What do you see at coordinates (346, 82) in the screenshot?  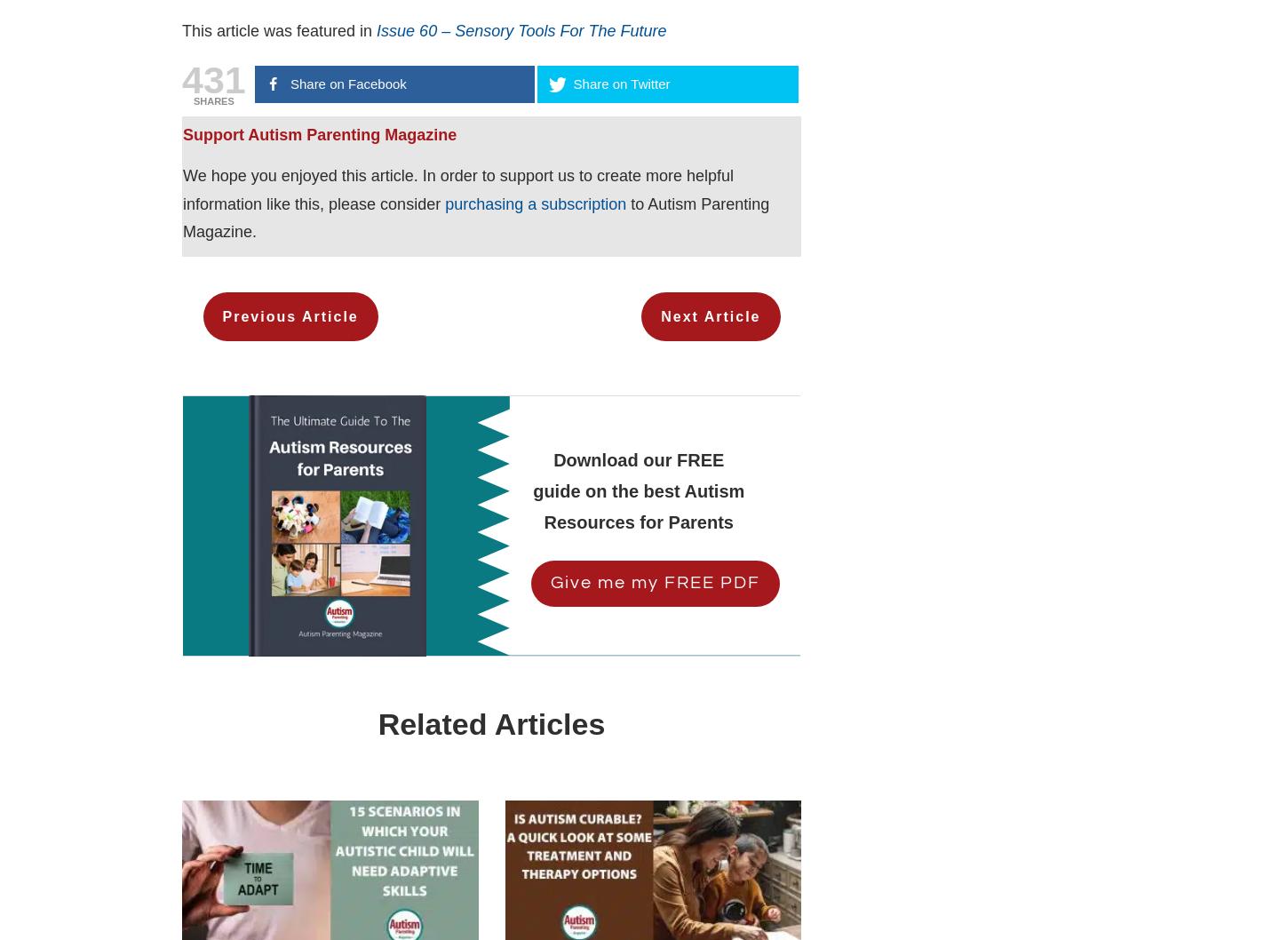 I see `'Share on Facebook'` at bounding box center [346, 82].